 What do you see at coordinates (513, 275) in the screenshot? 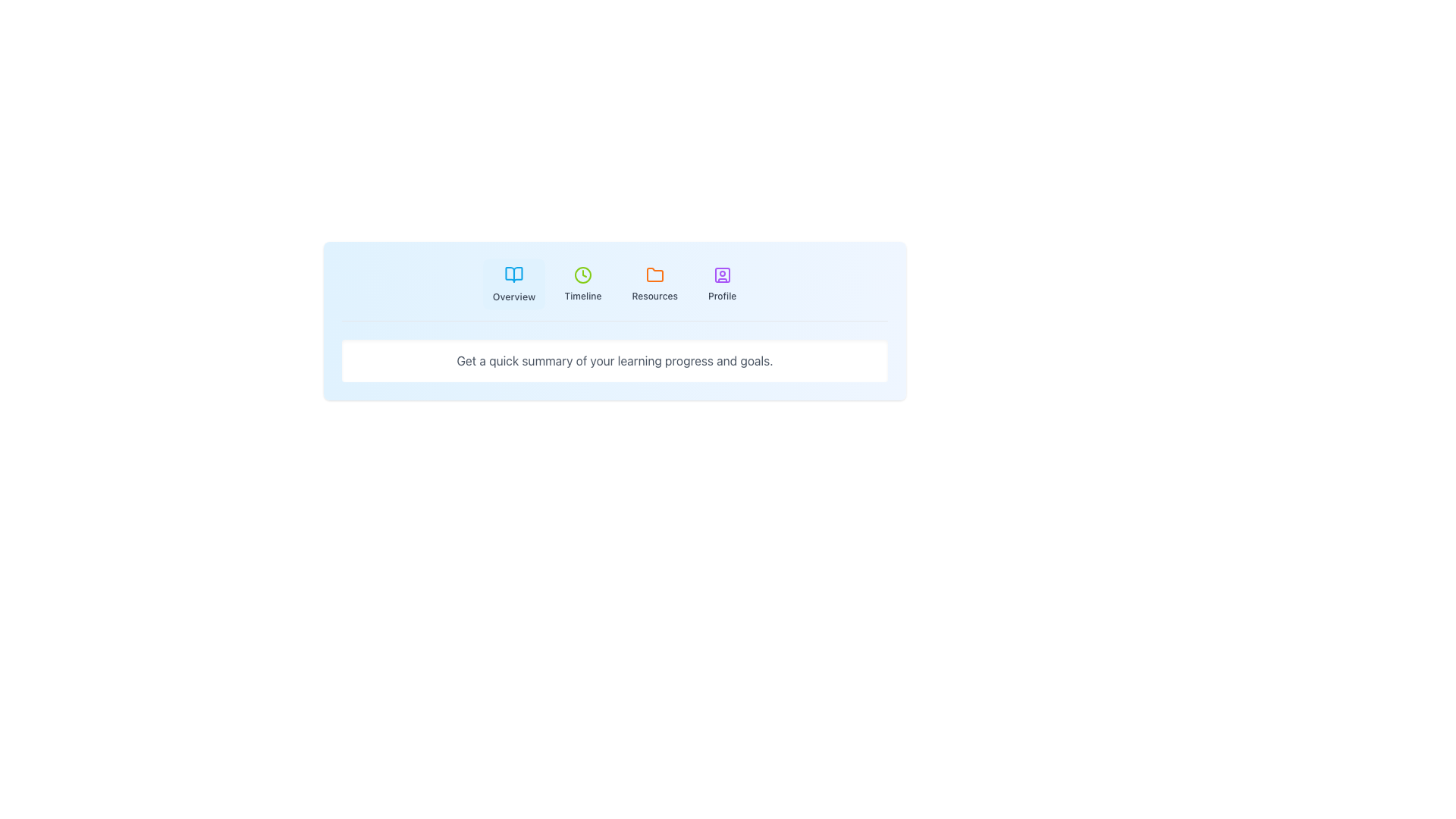
I see `the book icon, which is a sky-blue vector graphic located at the top-left part of the interface, left of the 'Timeline' section and above the 'Overview' label` at bounding box center [513, 275].